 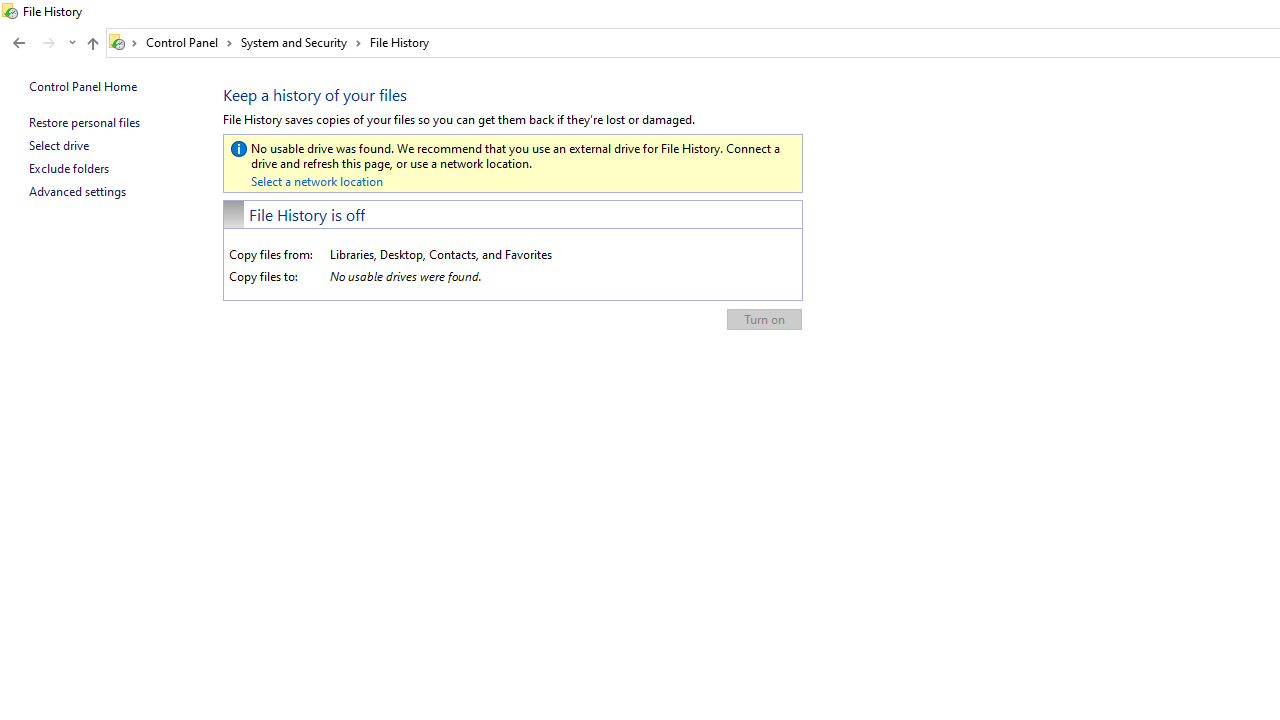 What do you see at coordinates (42, 43) in the screenshot?
I see `'Navigation buttons'` at bounding box center [42, 43].